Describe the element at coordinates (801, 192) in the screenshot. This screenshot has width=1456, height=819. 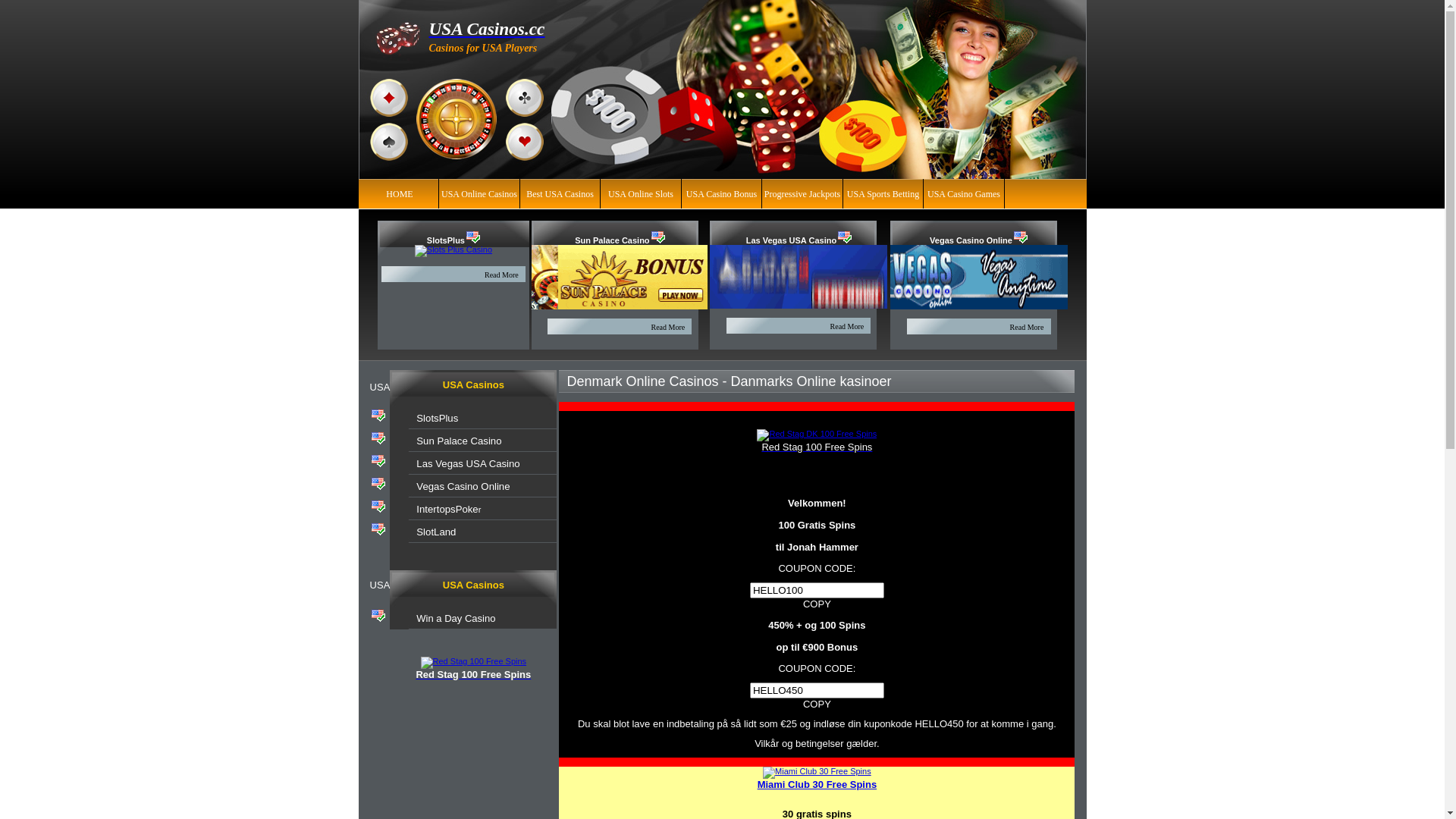
I see `'Progressive Jackpots'` at that location.